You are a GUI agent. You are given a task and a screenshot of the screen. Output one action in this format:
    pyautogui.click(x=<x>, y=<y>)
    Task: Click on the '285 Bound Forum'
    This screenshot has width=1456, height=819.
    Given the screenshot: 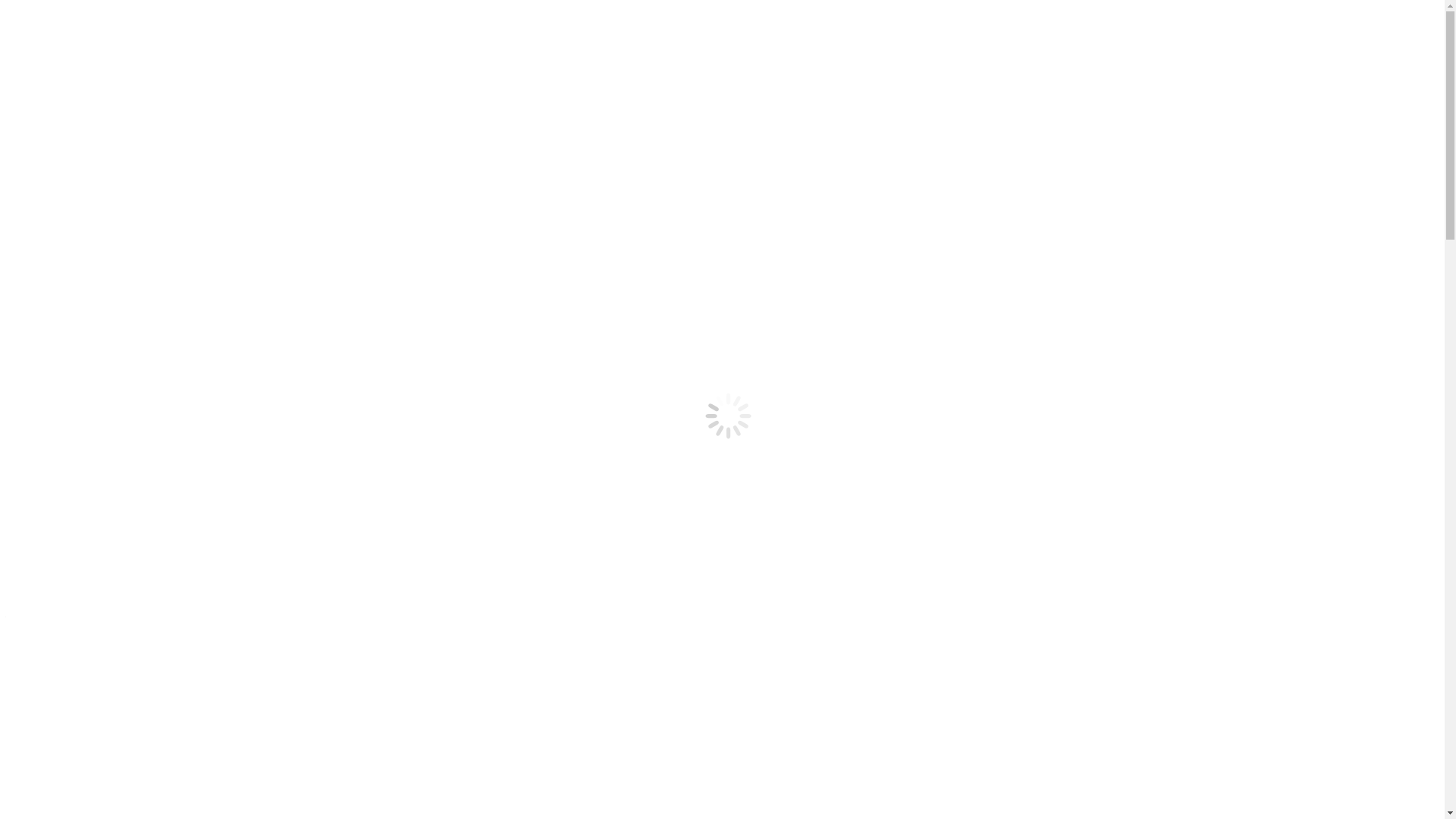 What is the action you would take?
    pyautogui.click(x=36, y=206)
    